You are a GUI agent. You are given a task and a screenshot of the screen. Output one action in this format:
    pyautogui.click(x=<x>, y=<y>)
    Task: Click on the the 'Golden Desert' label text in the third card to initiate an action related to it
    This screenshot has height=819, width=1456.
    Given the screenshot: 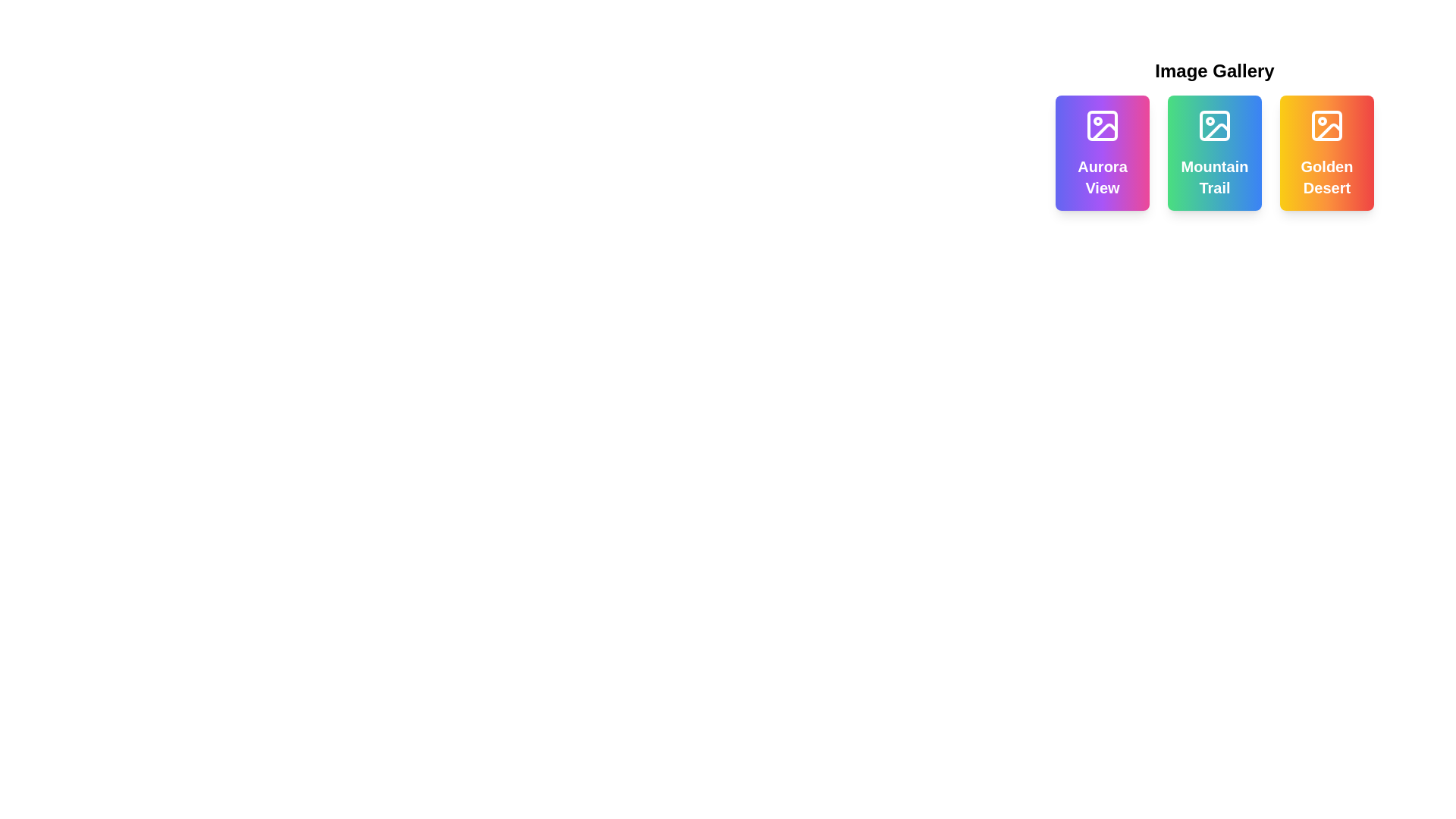 What is the action you would take?
    pyautogui.click(x=1326, y=177)
    